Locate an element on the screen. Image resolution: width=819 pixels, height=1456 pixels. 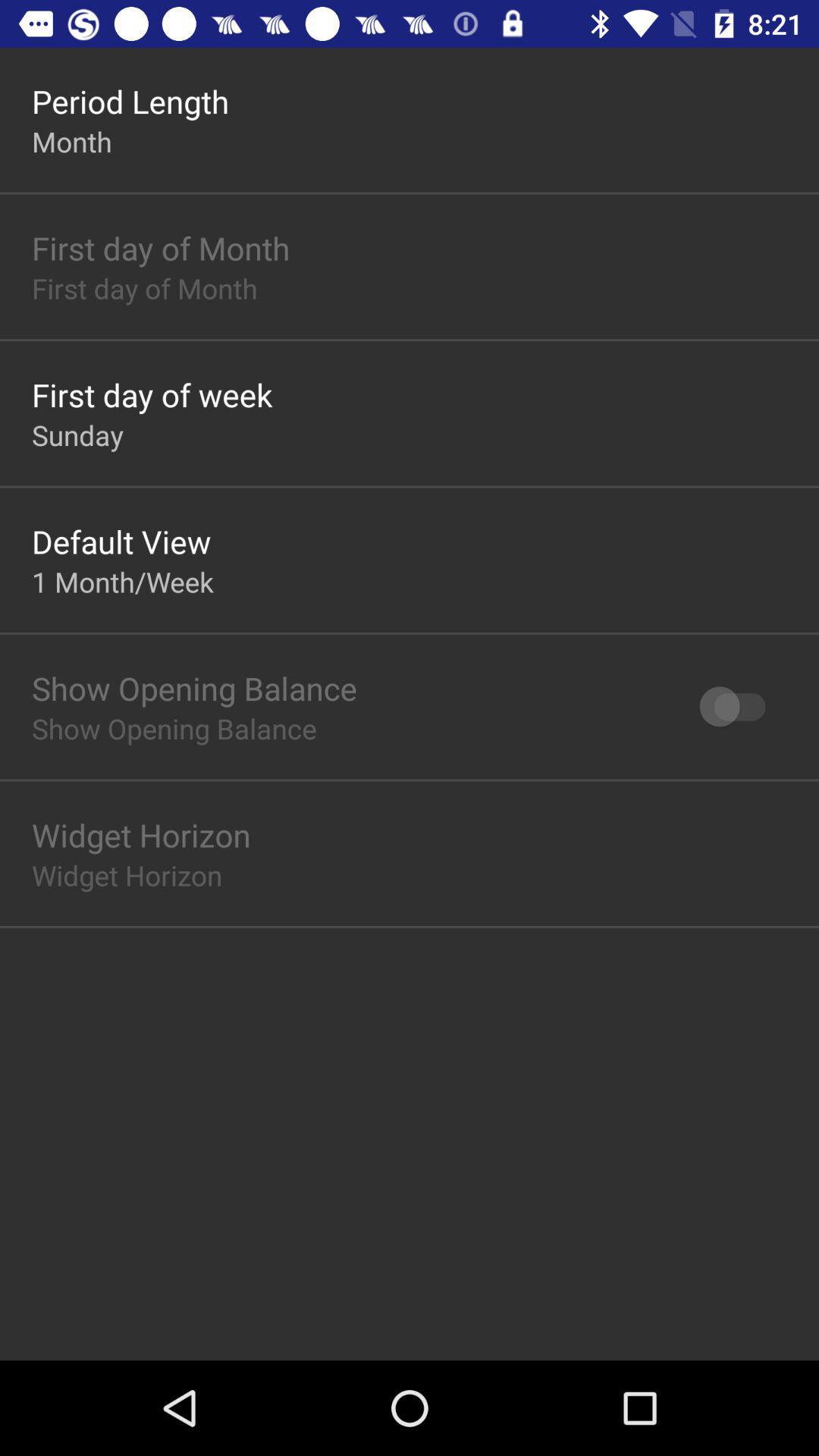
the item above the show opening balance icon is located at coordinates (122, 581).